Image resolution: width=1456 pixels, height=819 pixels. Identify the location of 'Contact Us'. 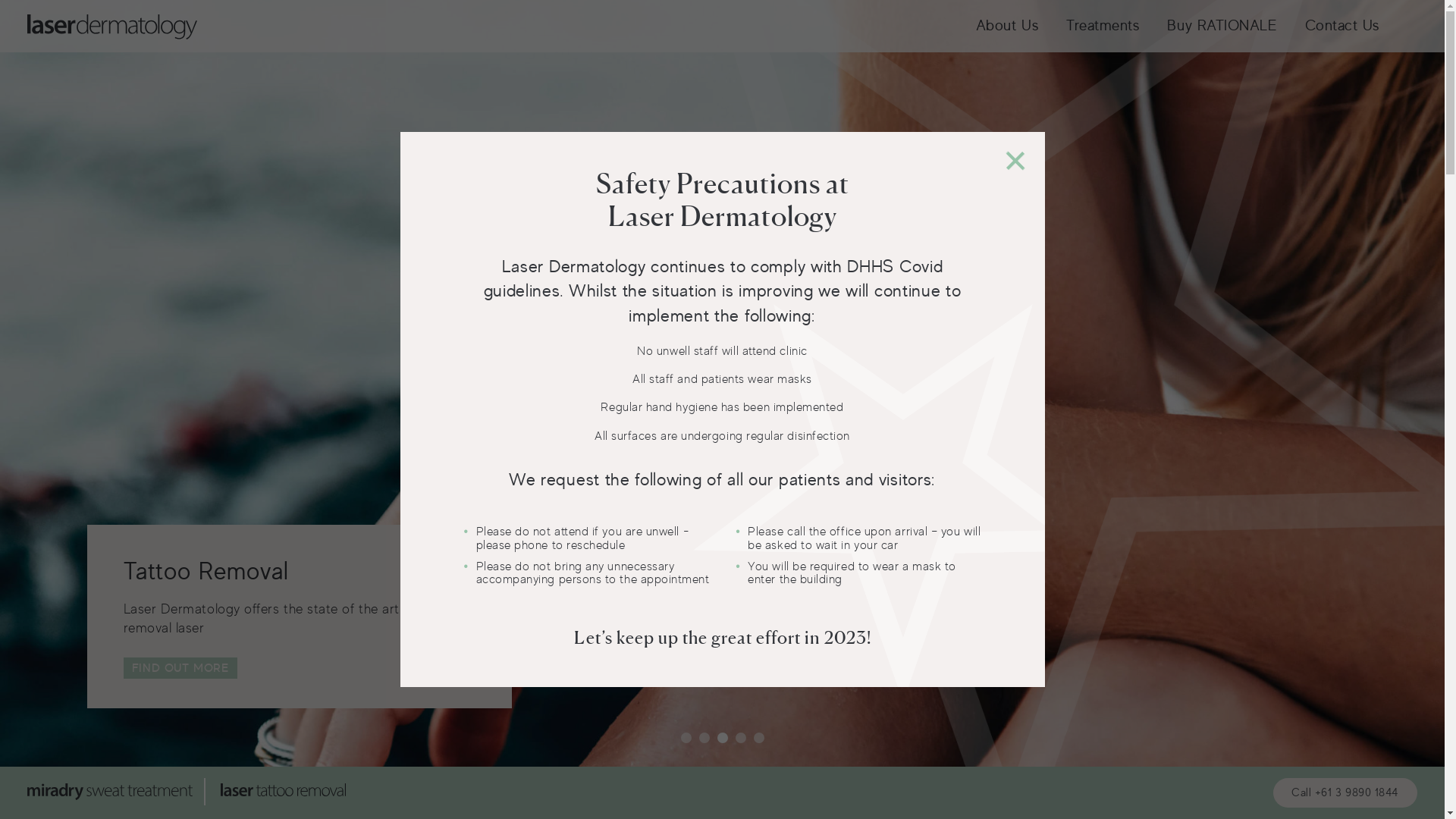
(1298, 26).